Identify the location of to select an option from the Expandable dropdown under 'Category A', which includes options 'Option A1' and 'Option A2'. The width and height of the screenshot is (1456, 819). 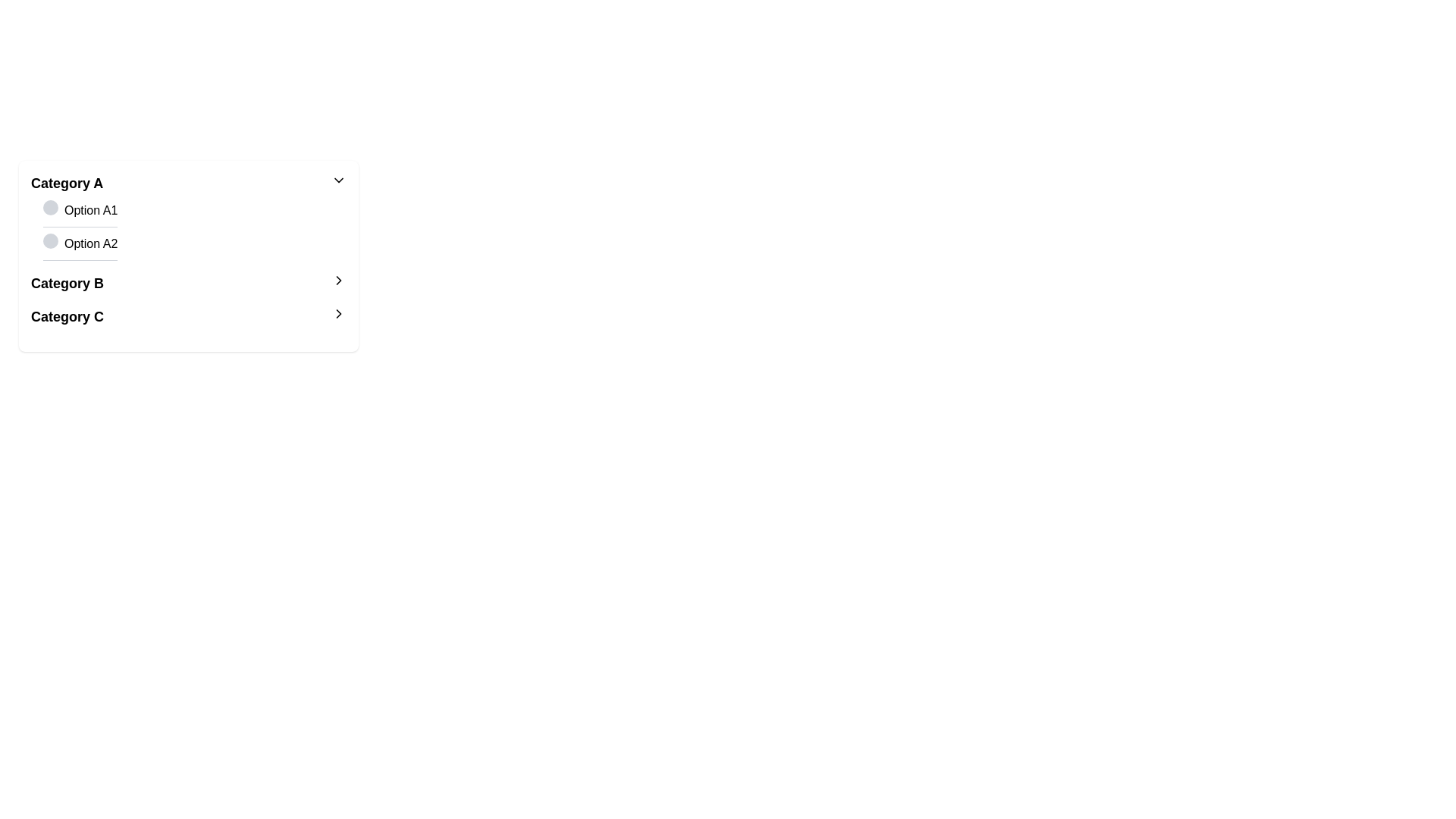
(188, 216).